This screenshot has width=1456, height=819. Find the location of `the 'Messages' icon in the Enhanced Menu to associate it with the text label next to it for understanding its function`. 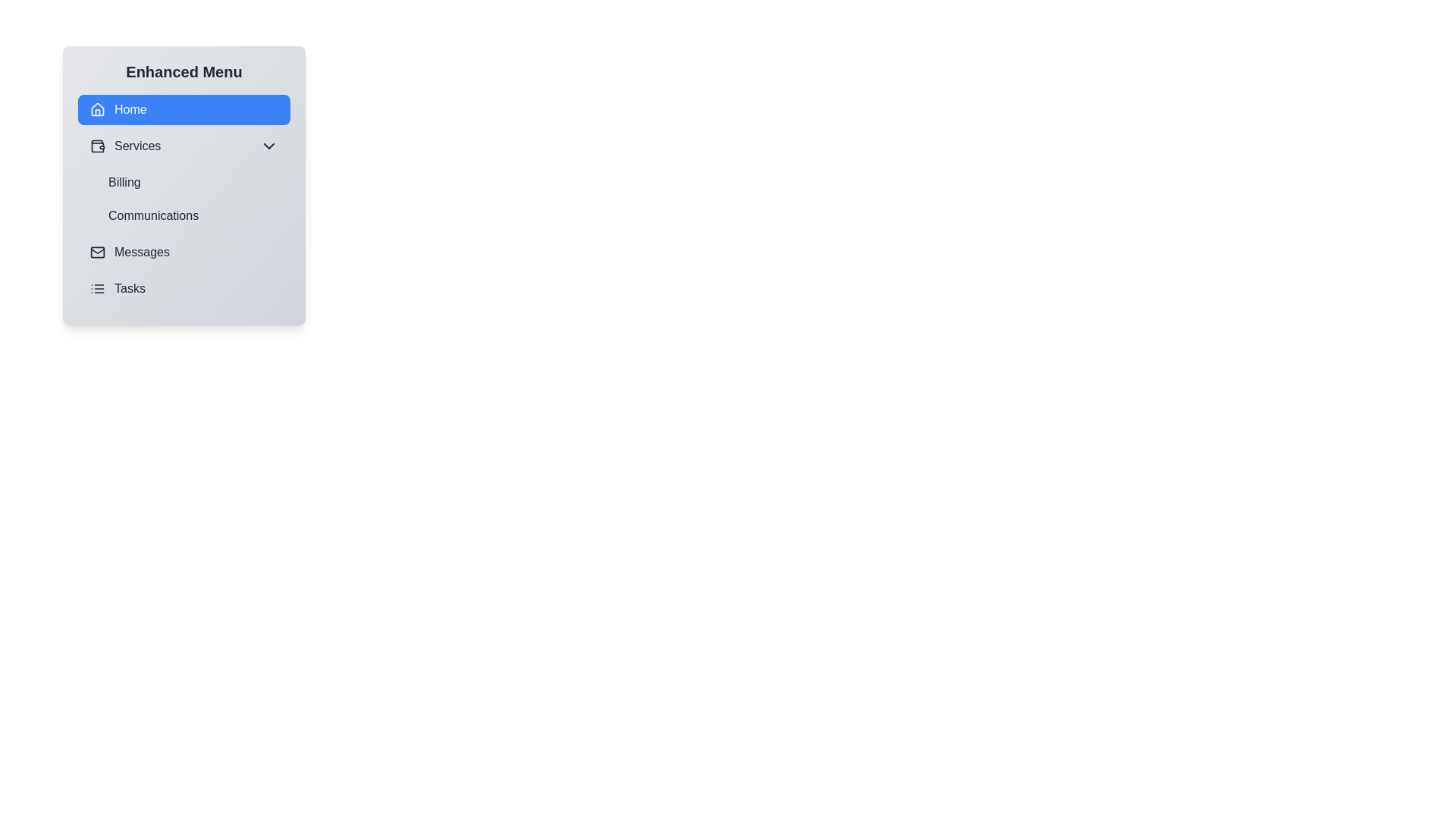

the 'Messages' icon in the Enhanced Menu to associate it with the text label next to it for understanding its function is located at coordinates (97, 251).